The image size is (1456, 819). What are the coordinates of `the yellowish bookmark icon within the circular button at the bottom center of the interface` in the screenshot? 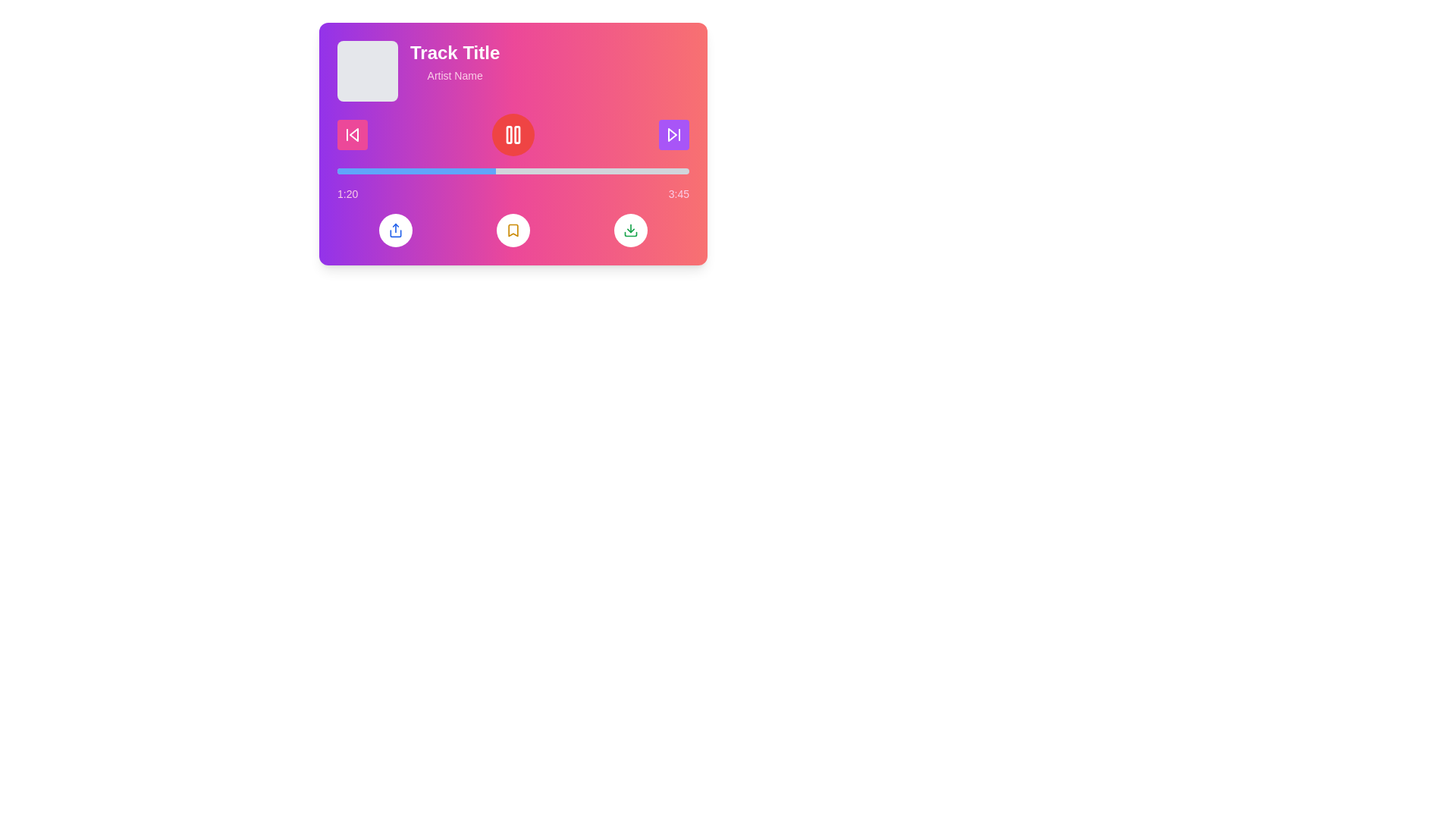 It's located at (513, 231).